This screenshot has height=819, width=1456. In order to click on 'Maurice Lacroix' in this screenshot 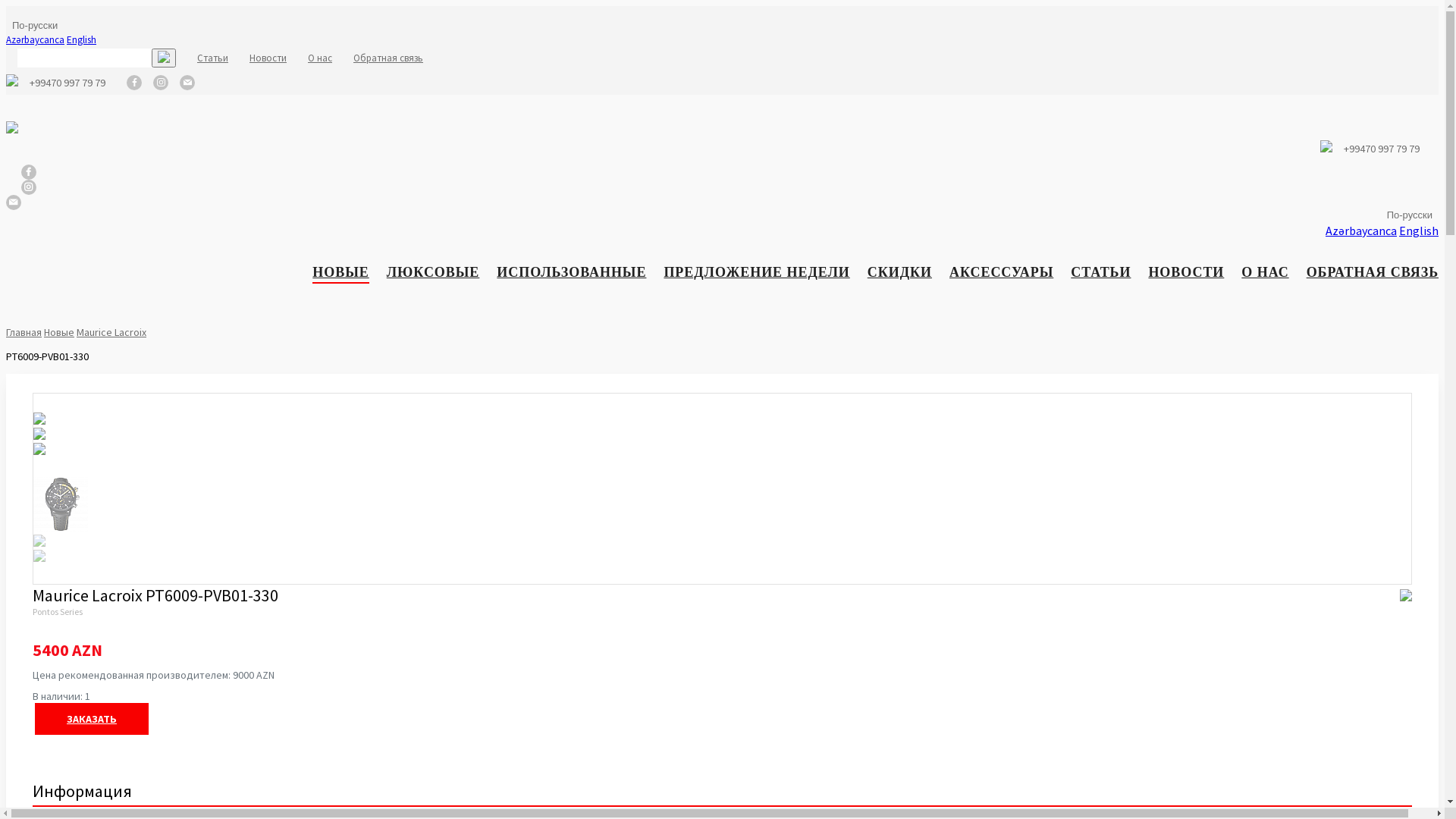, I will do `click(111, 331)`.